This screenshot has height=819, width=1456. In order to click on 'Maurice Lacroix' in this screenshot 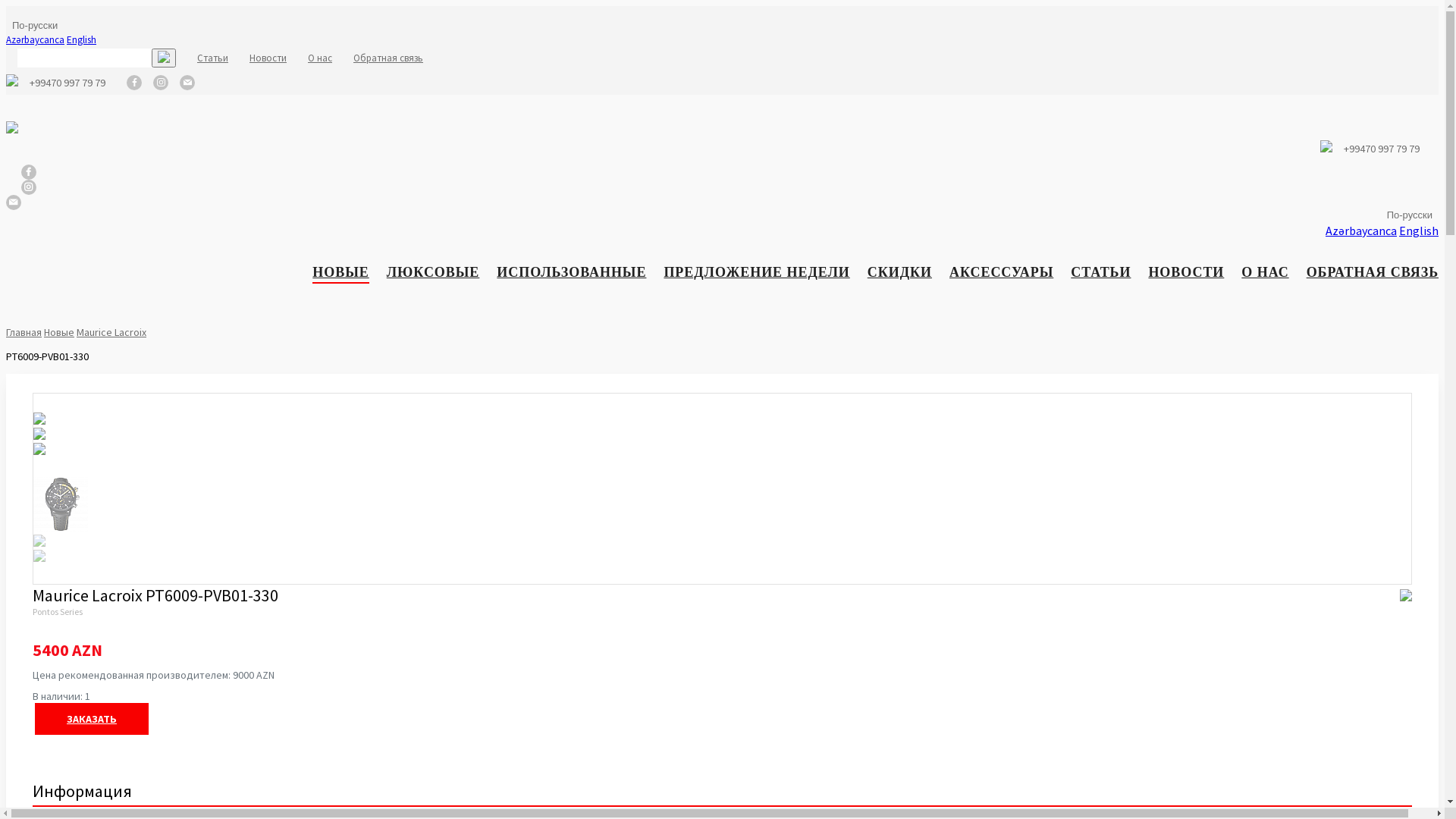, I will do `click(111, 331)`.